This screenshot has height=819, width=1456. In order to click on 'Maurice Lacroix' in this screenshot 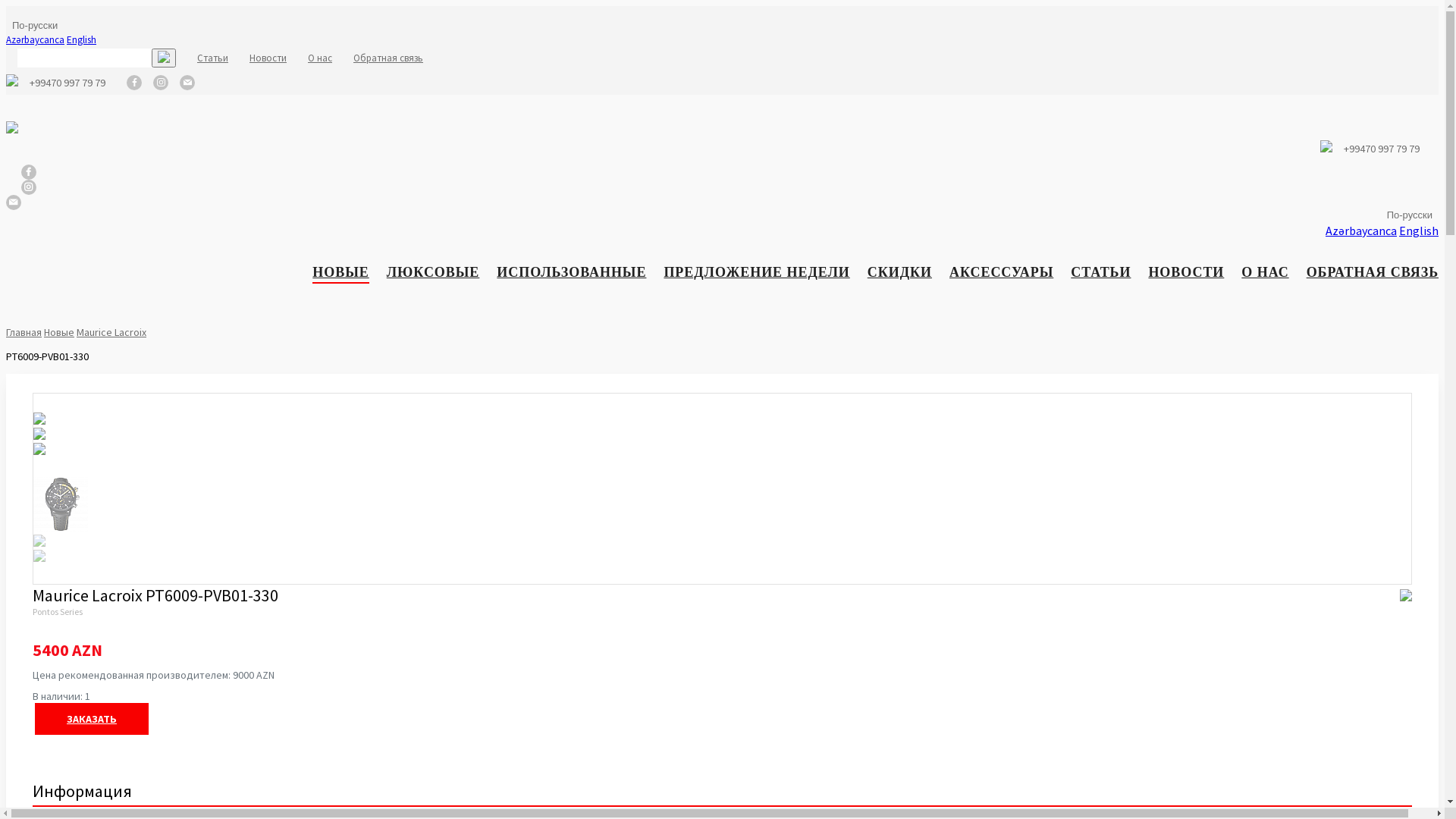, I will do `click(111, 331)`.